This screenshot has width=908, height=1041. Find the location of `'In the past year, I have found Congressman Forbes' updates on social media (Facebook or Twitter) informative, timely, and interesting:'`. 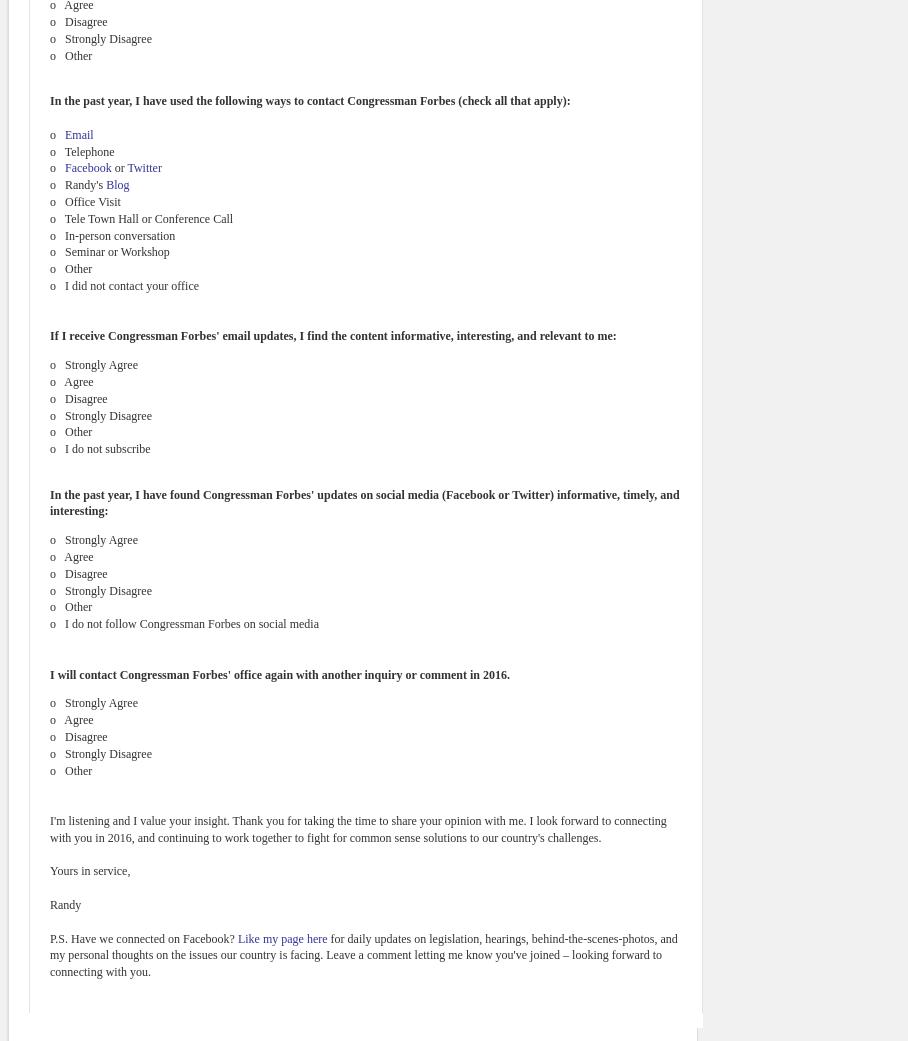

'In the past year, I have found Congressman Forbes' updates on social media (Facebook or Twitter) informative, timely, and interesting:' is located at coordinates (364, 501).